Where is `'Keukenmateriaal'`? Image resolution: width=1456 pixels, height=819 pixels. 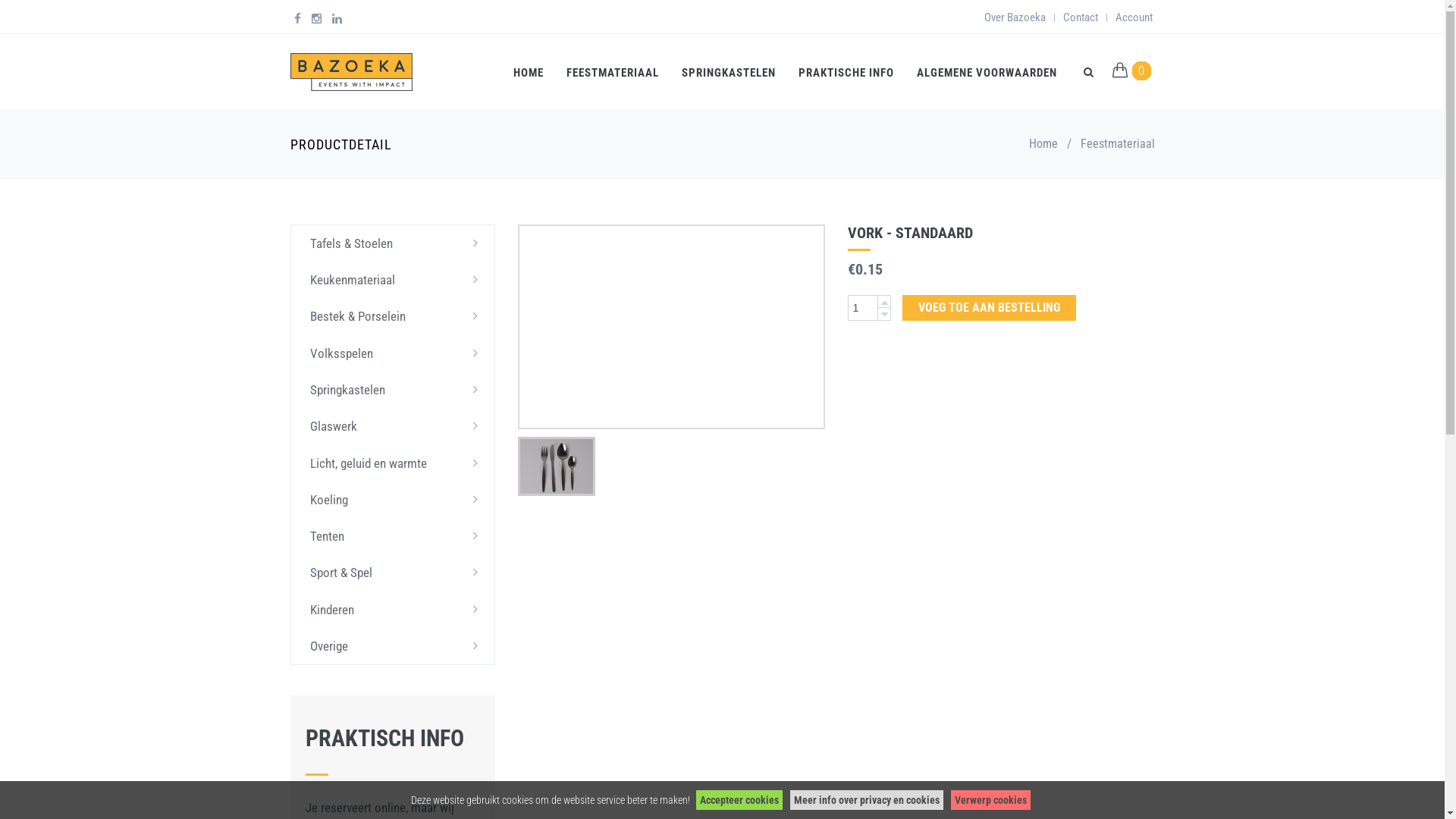
'Keukenmateriaal' is located at coordinates (393, 280).